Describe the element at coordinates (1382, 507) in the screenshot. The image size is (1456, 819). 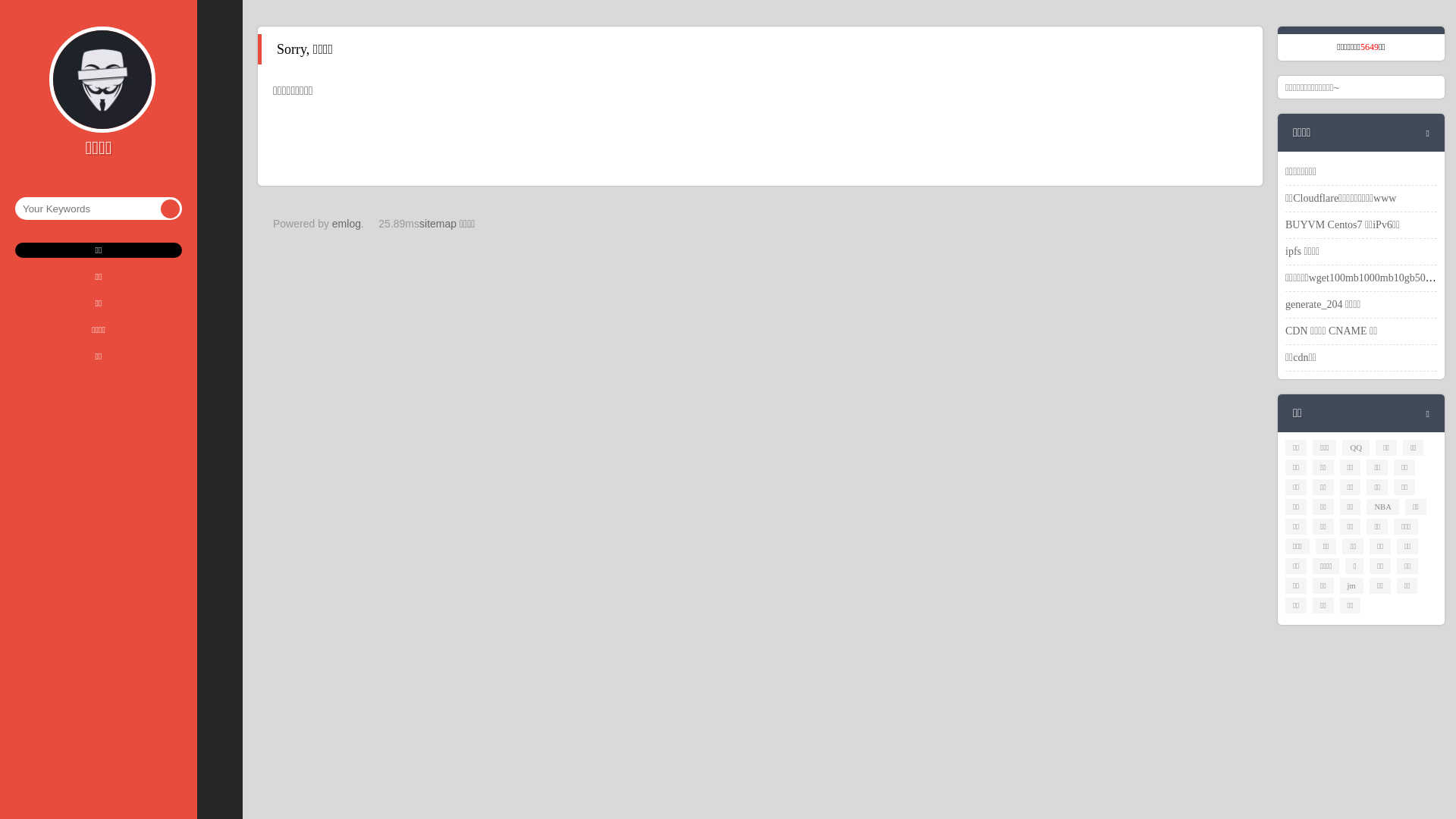
I see `'NBA'` at that location.